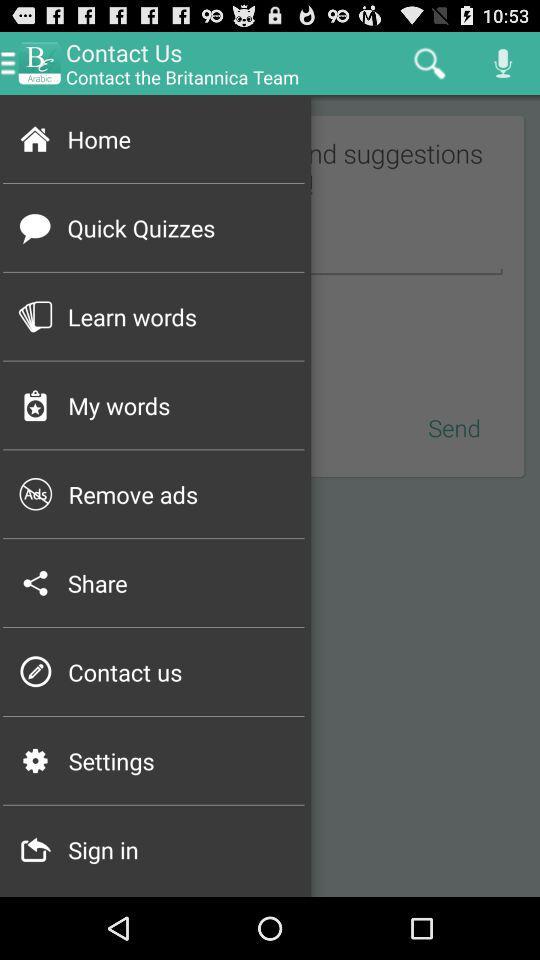 This screenshot has height=960, width=540. I want to click on the mike icon at top right corner, so click(502, 63).